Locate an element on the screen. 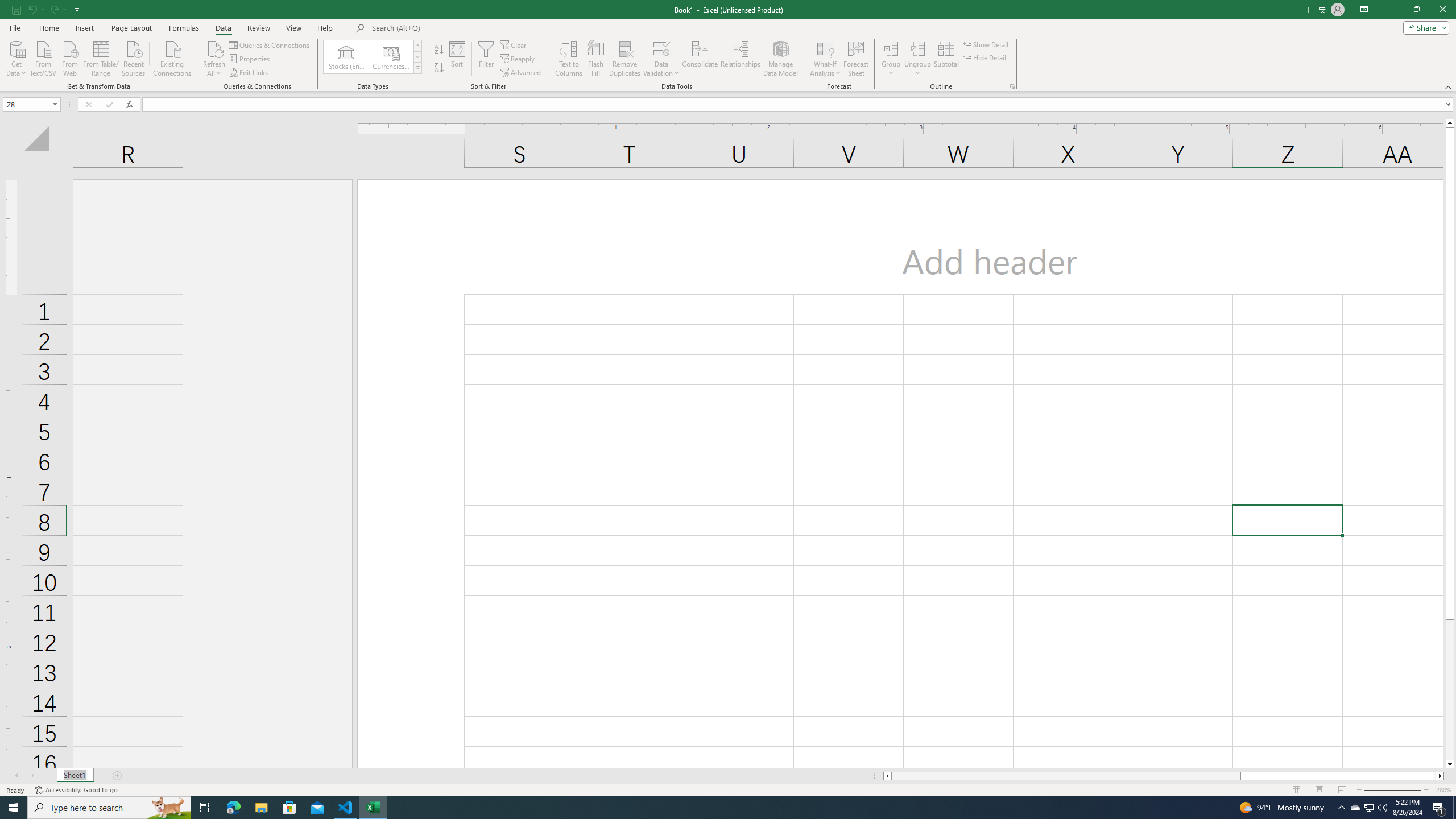 This screenshot has width=1456, height=819. 'From Table/Range' is located at coordinates (100, 57).